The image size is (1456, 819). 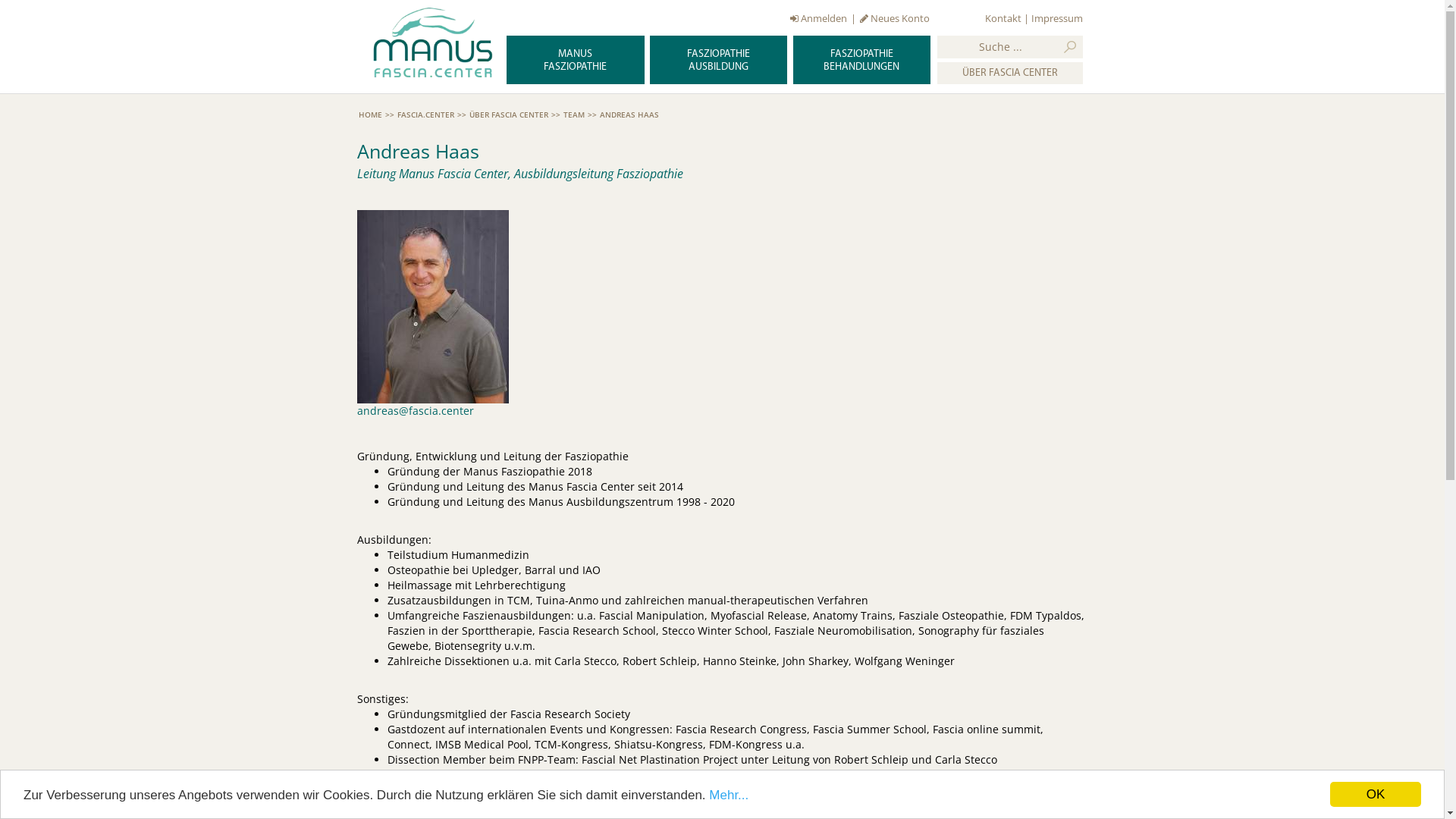 I want to click on 'HOME', so click(x=369, y=113).